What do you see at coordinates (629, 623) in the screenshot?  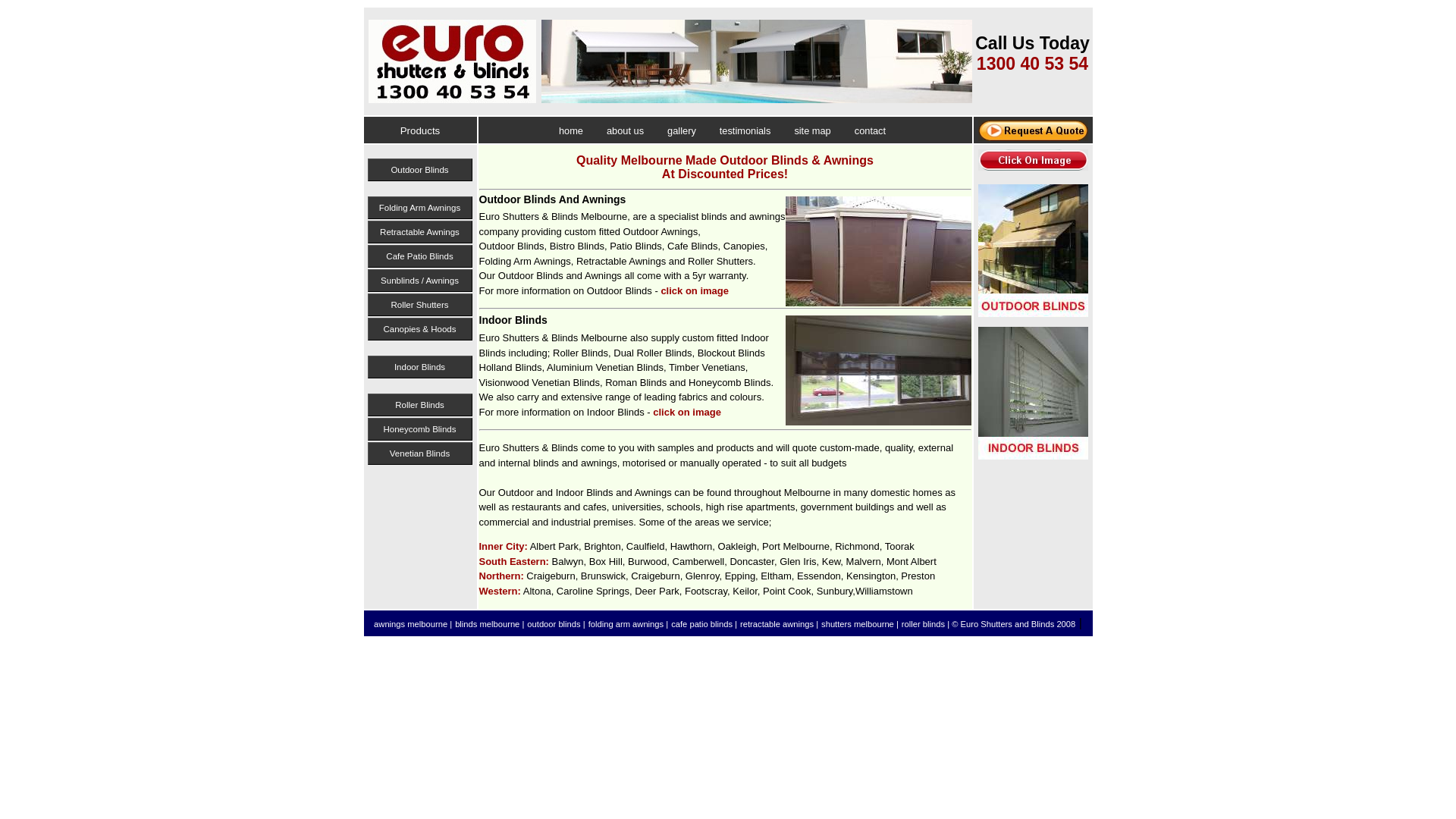 I see `'folding arm awnings |'` at bounding box center [629, 623].